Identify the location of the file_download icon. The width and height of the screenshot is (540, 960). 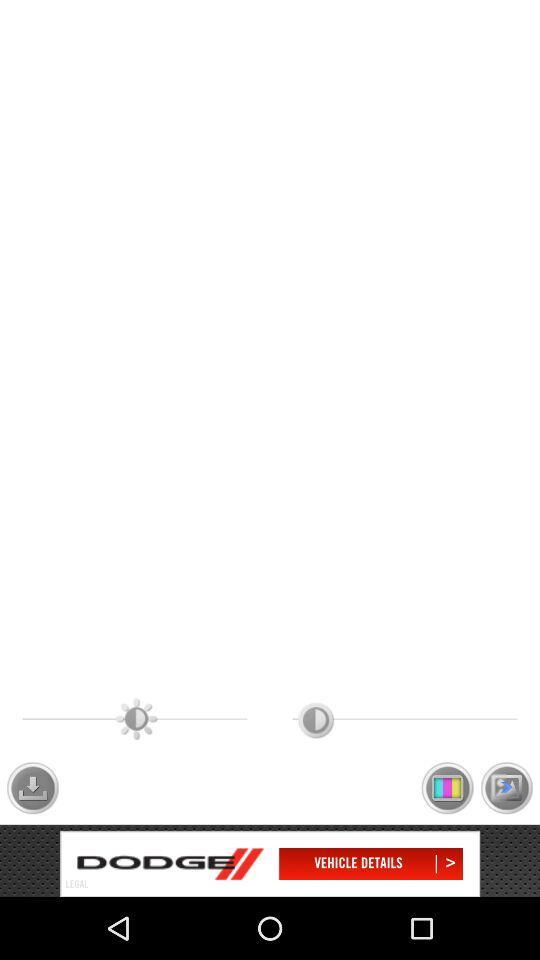
(31, 842).